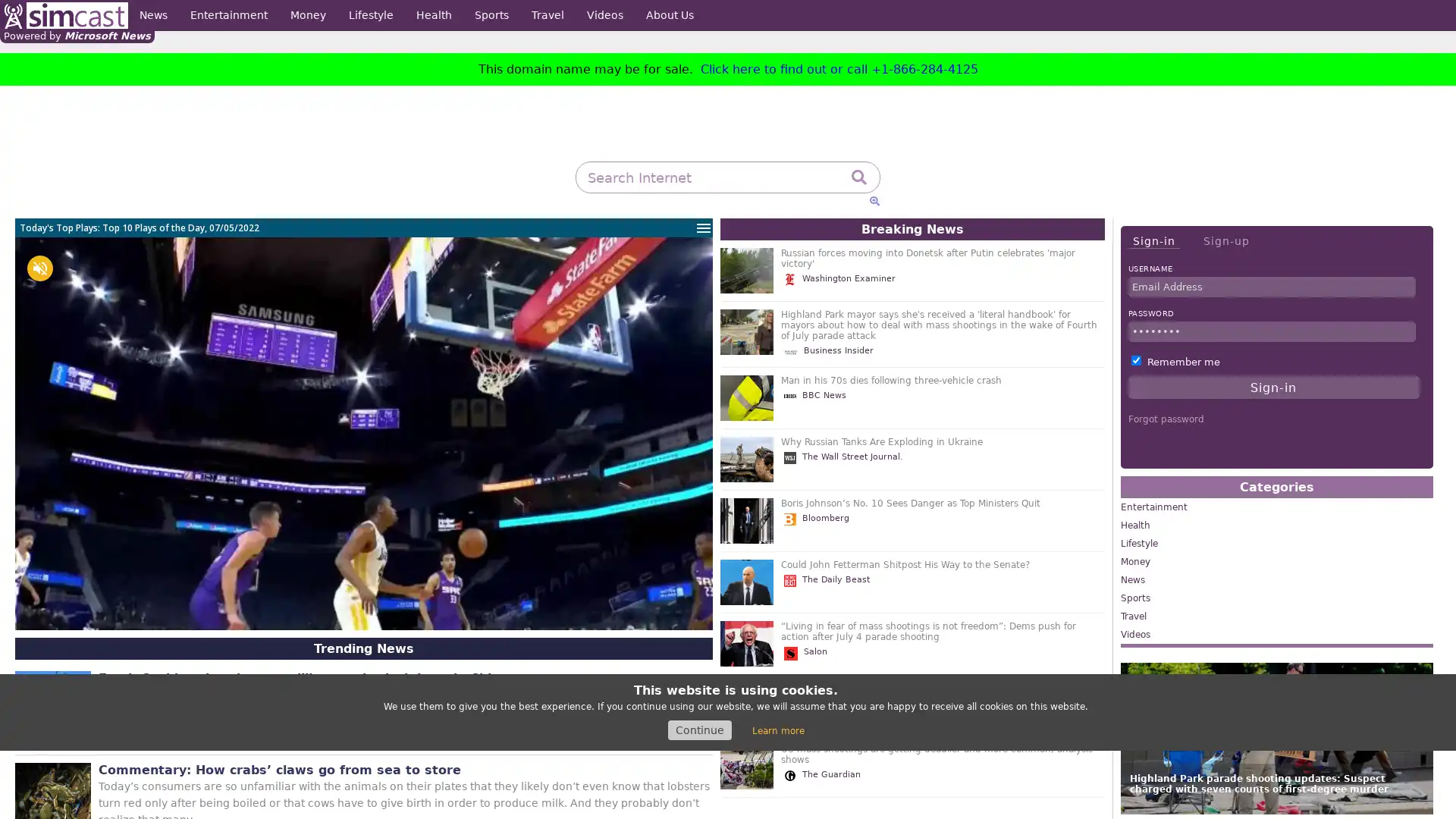 This screenshot has width=1456, height=819. Describe the element at coordinates (698, 730) in the screenshot. I see `Continue` at that location.